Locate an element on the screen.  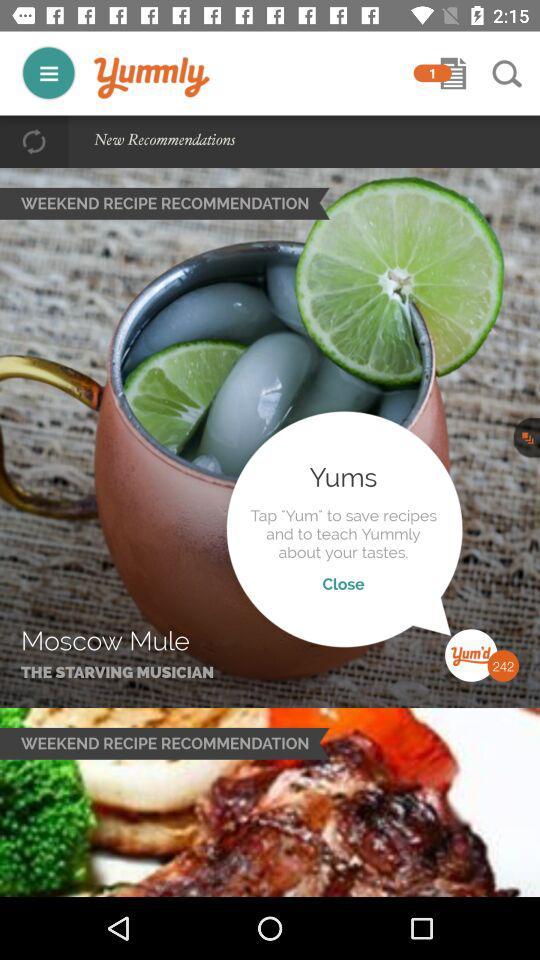
open shopping list is located at coordinates (453, 73).